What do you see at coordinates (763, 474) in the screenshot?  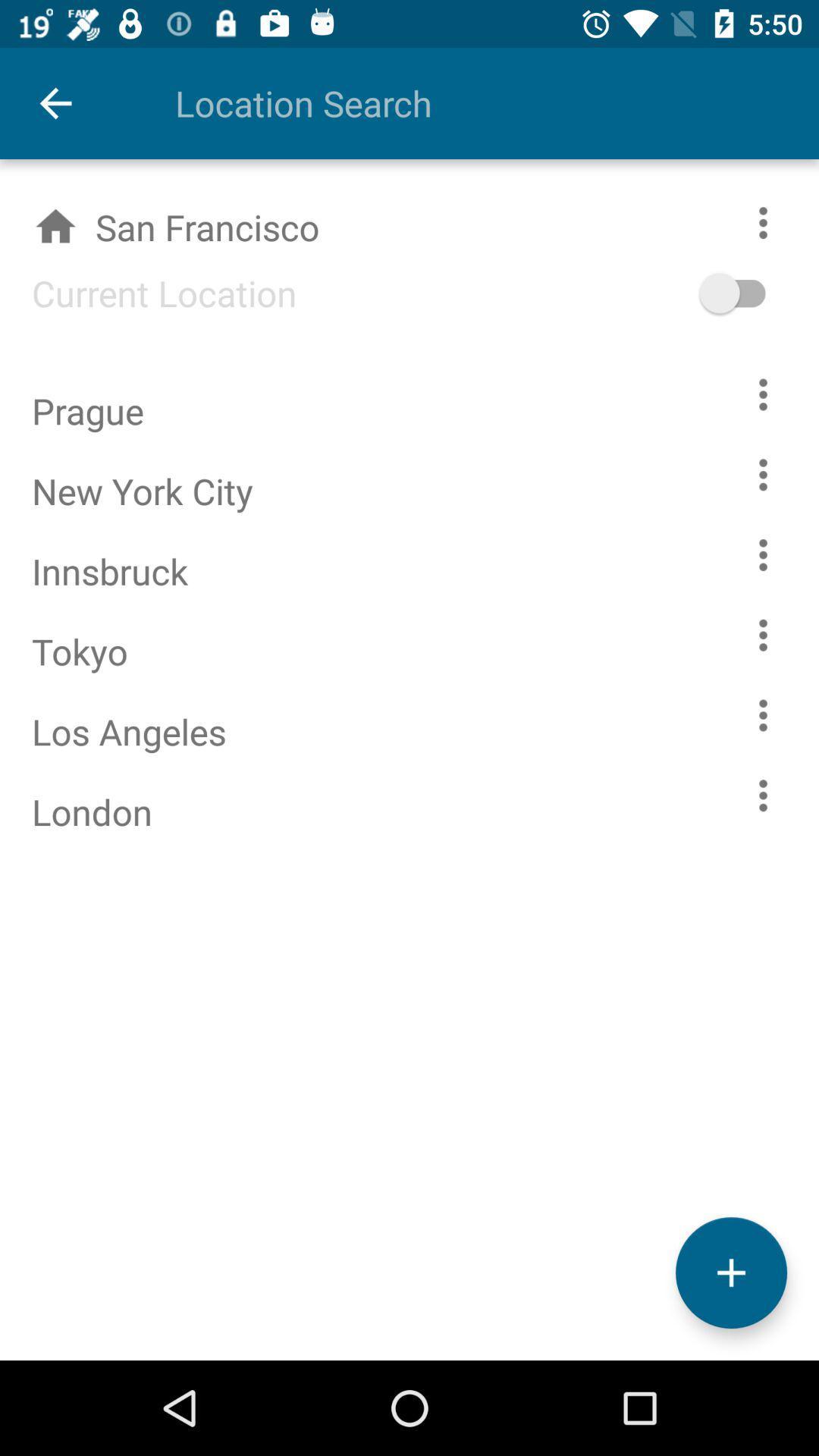 I see `new york city` at bounding box center [763, 474].